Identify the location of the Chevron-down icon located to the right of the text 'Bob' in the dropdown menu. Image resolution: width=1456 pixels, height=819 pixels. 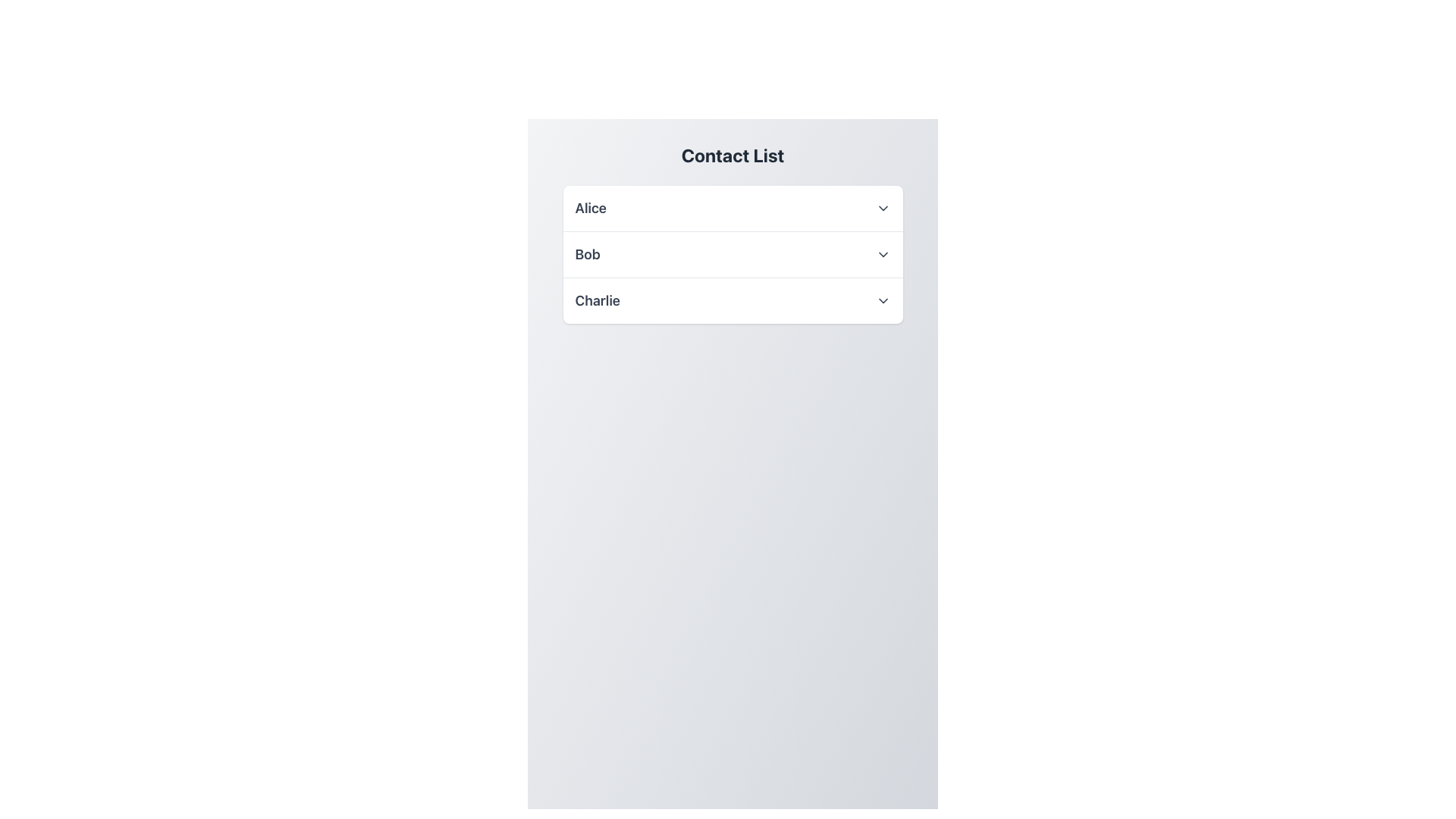
(883, 253).